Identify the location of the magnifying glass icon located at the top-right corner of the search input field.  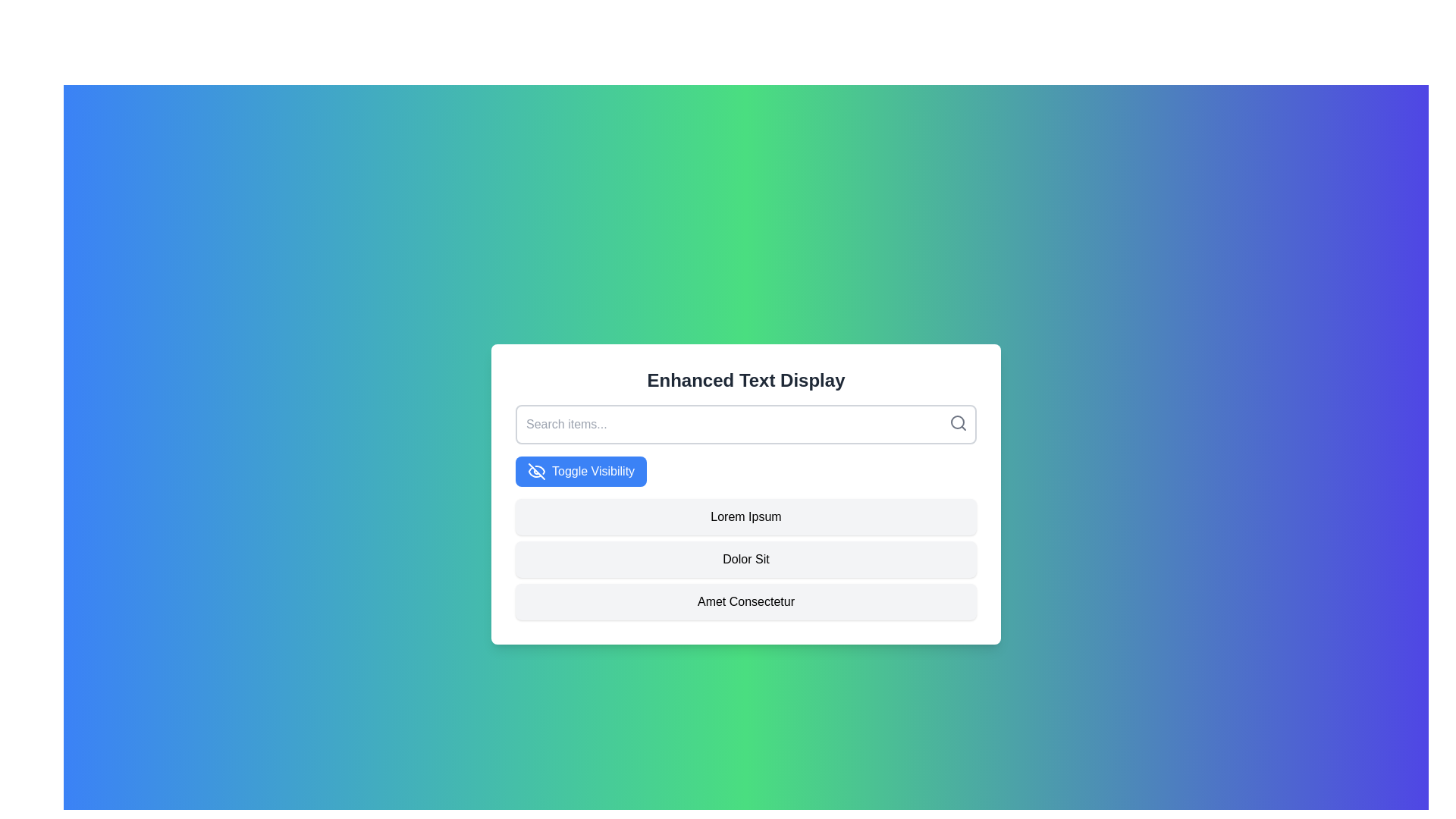
(957, 423).